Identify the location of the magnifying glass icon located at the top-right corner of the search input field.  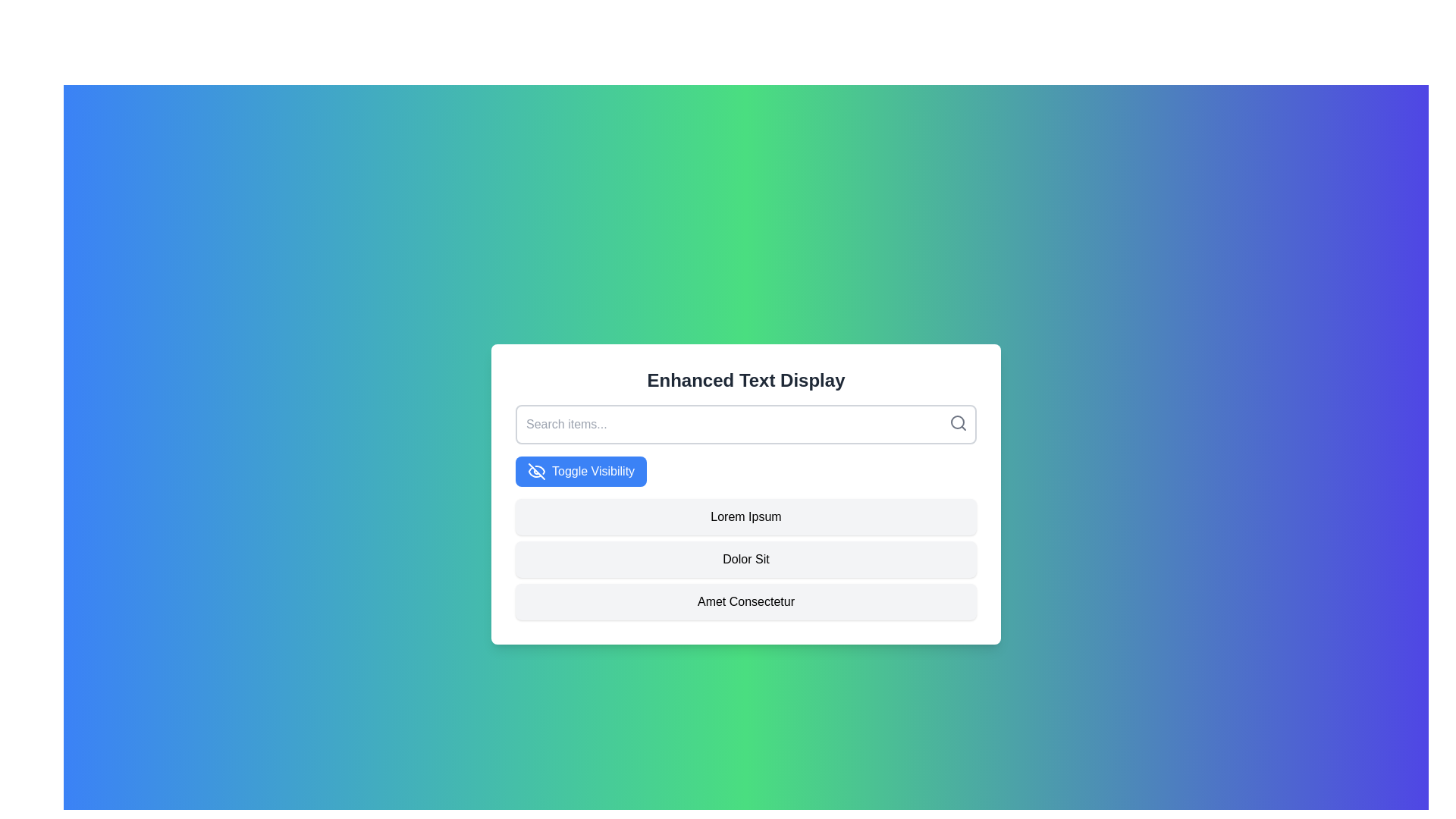
(957, 423).